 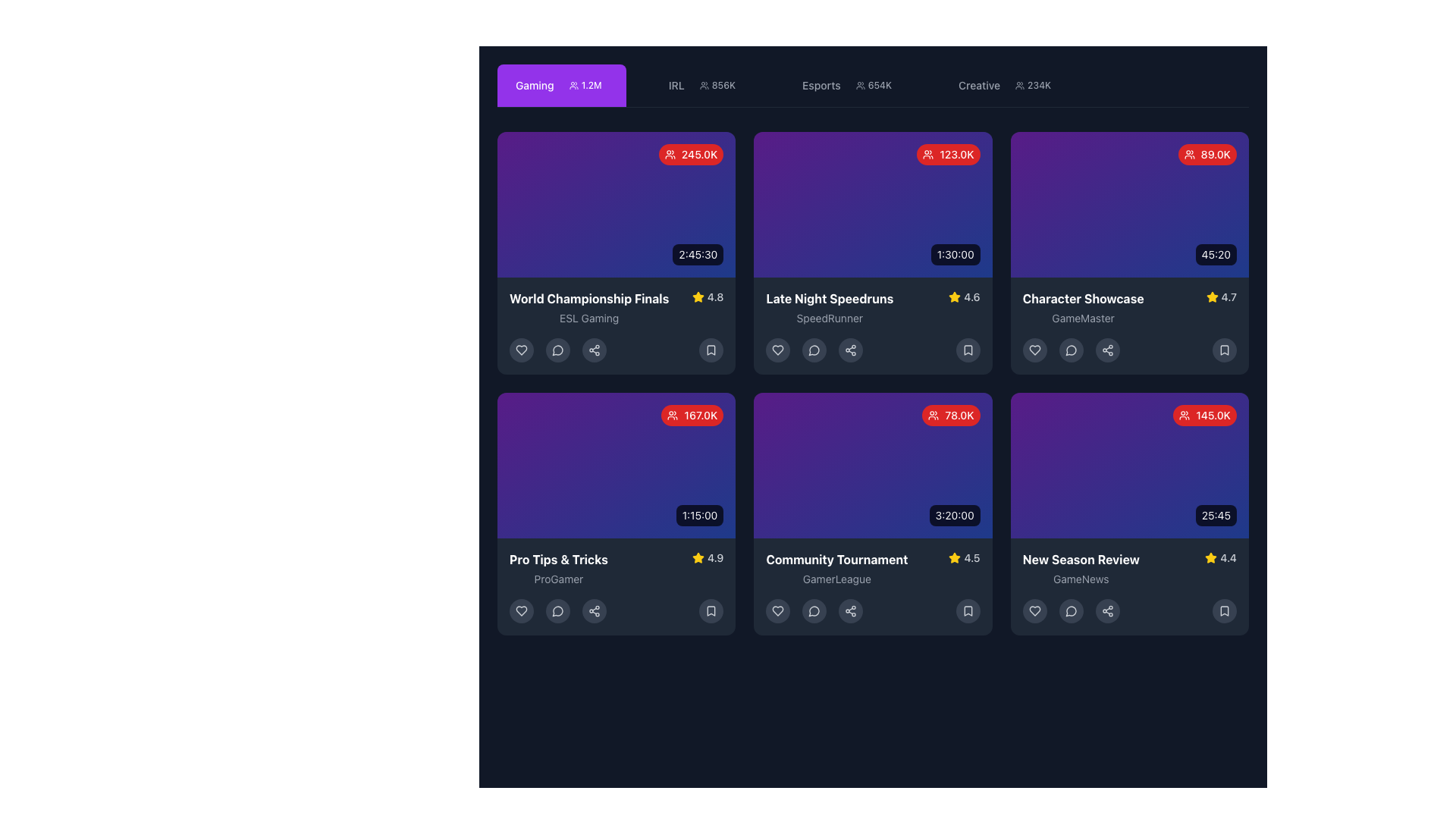 What do you see at coordinates (927, 155) in the screenshot?
I see `the SVG Icon indicating user count next to the '123.0K' label in the second grid card titled 'Late Night Speedruns'` at bounding box center [927, 155].